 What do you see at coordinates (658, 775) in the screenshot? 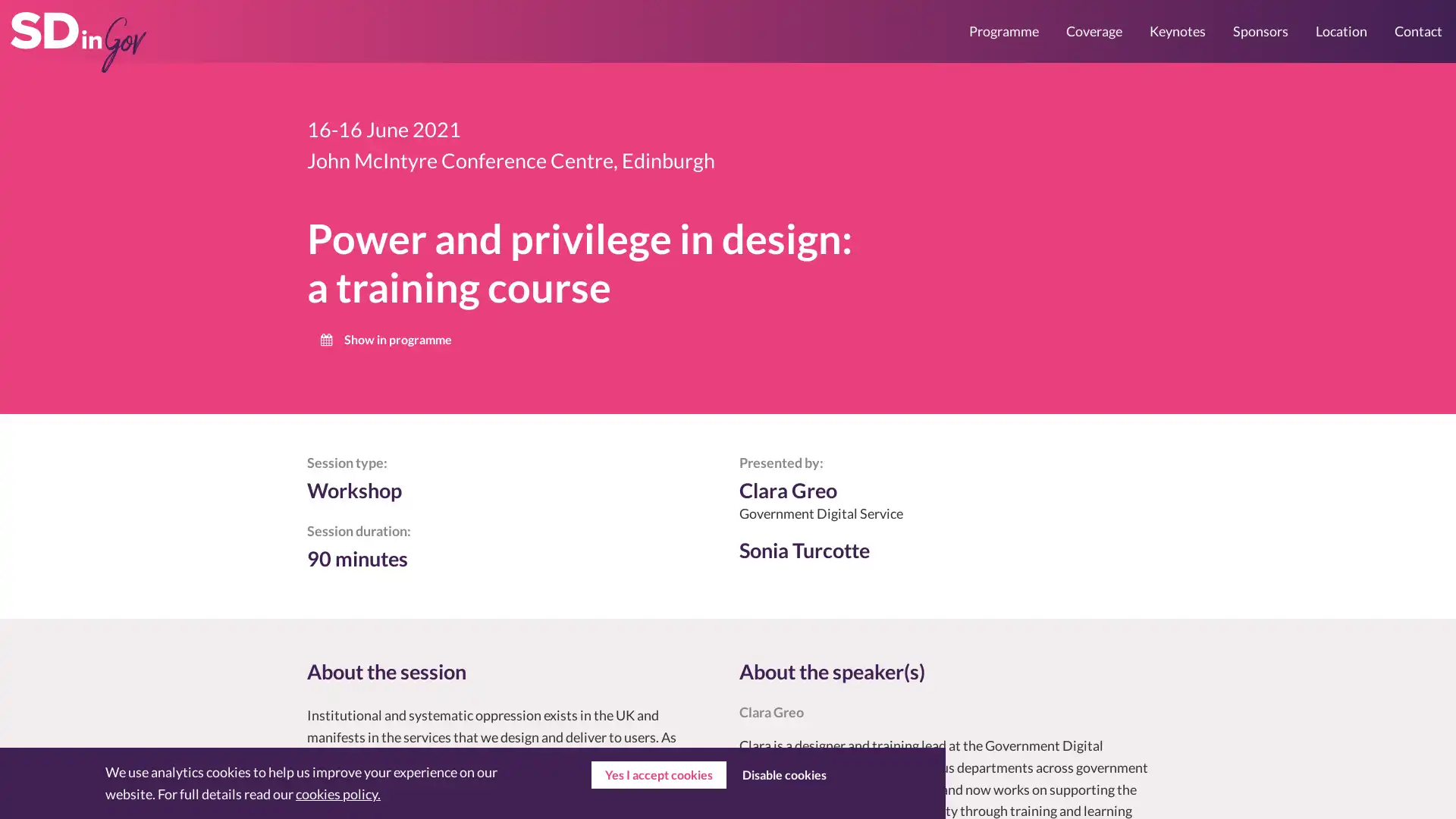
I see `Yes I accept cookies` at bounding box center [658, 775].